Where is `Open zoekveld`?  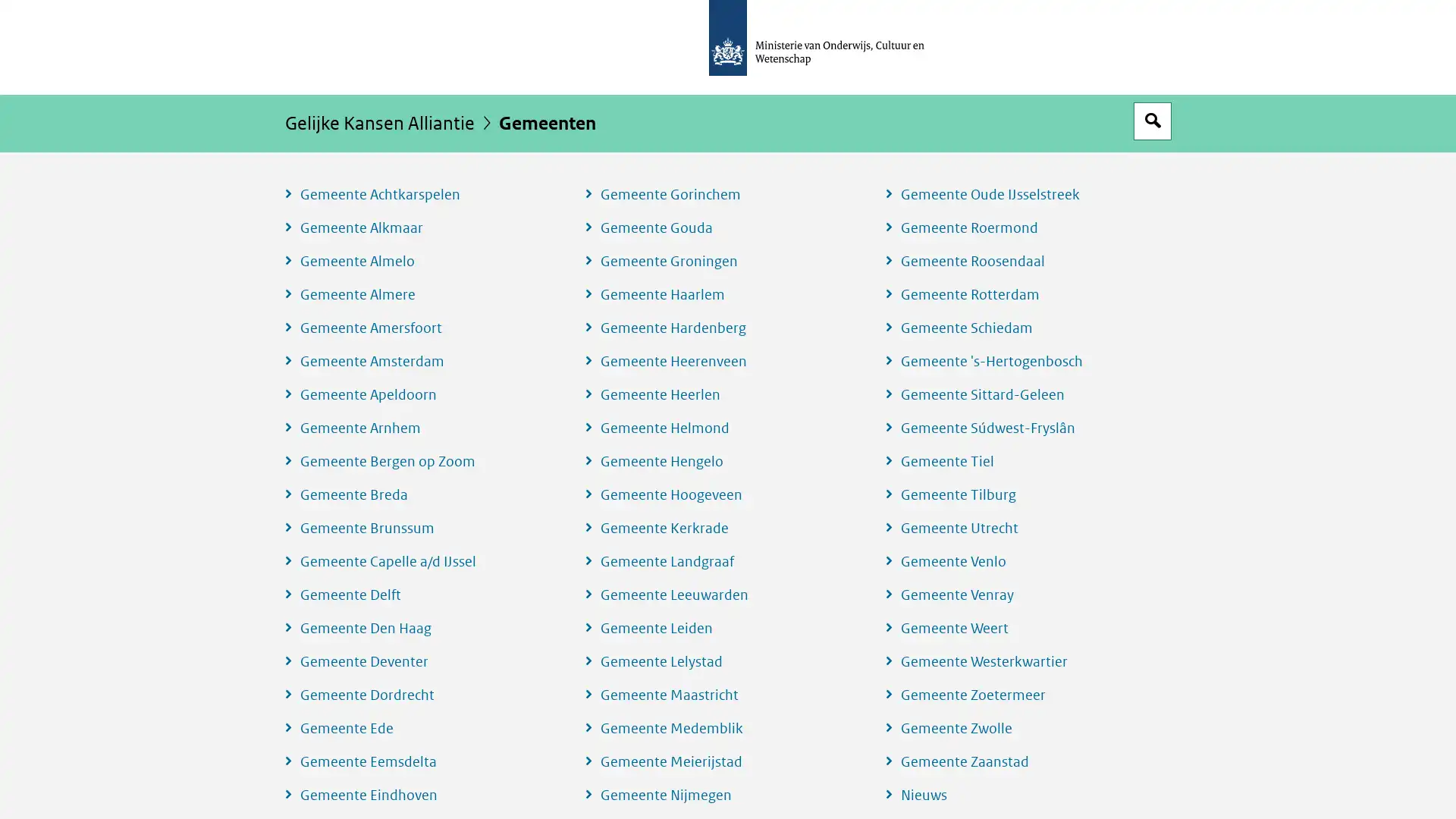
Open zoekveld is located at coordinates (1153, 120).